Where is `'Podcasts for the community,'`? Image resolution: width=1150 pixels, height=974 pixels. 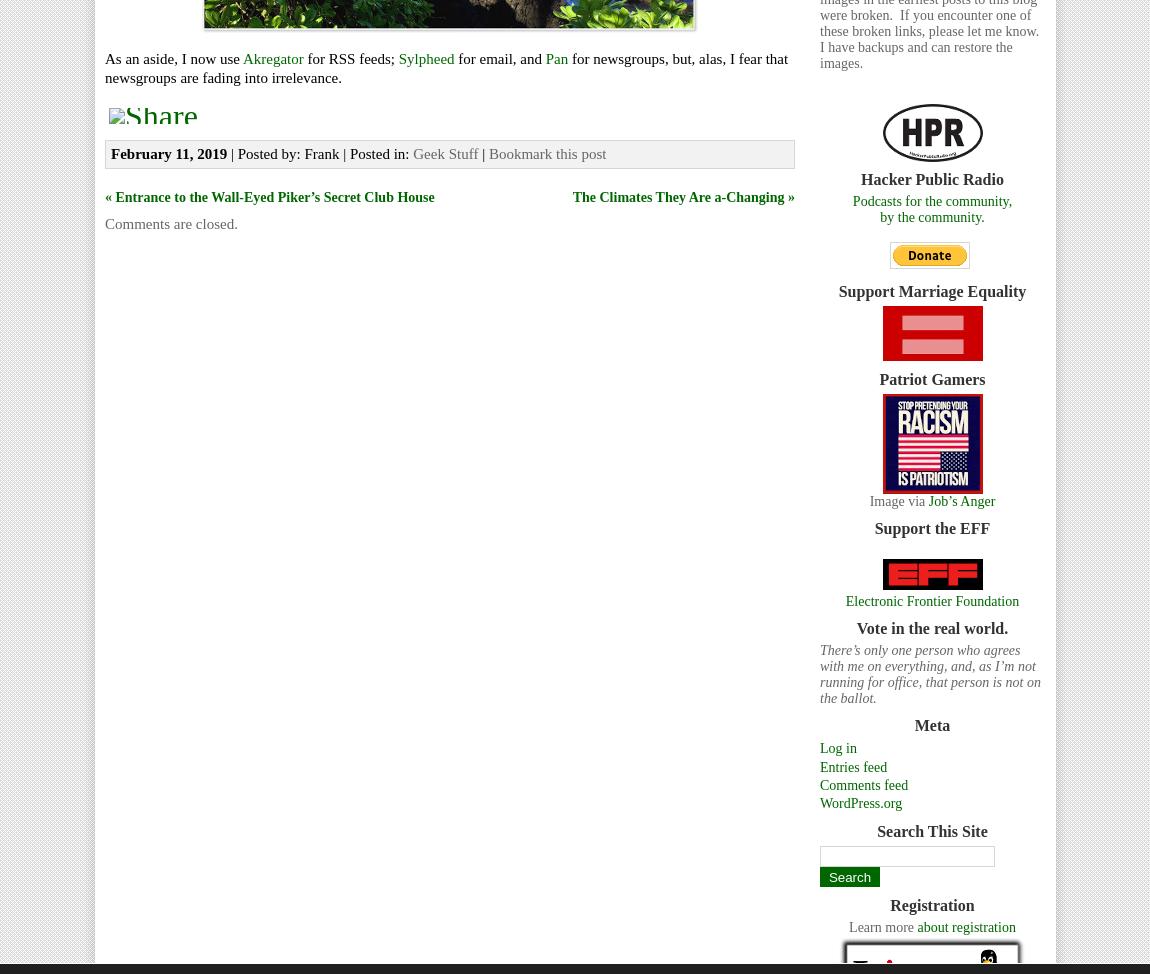
'Podcasts for the community,' is located at coordinates (931, 201).